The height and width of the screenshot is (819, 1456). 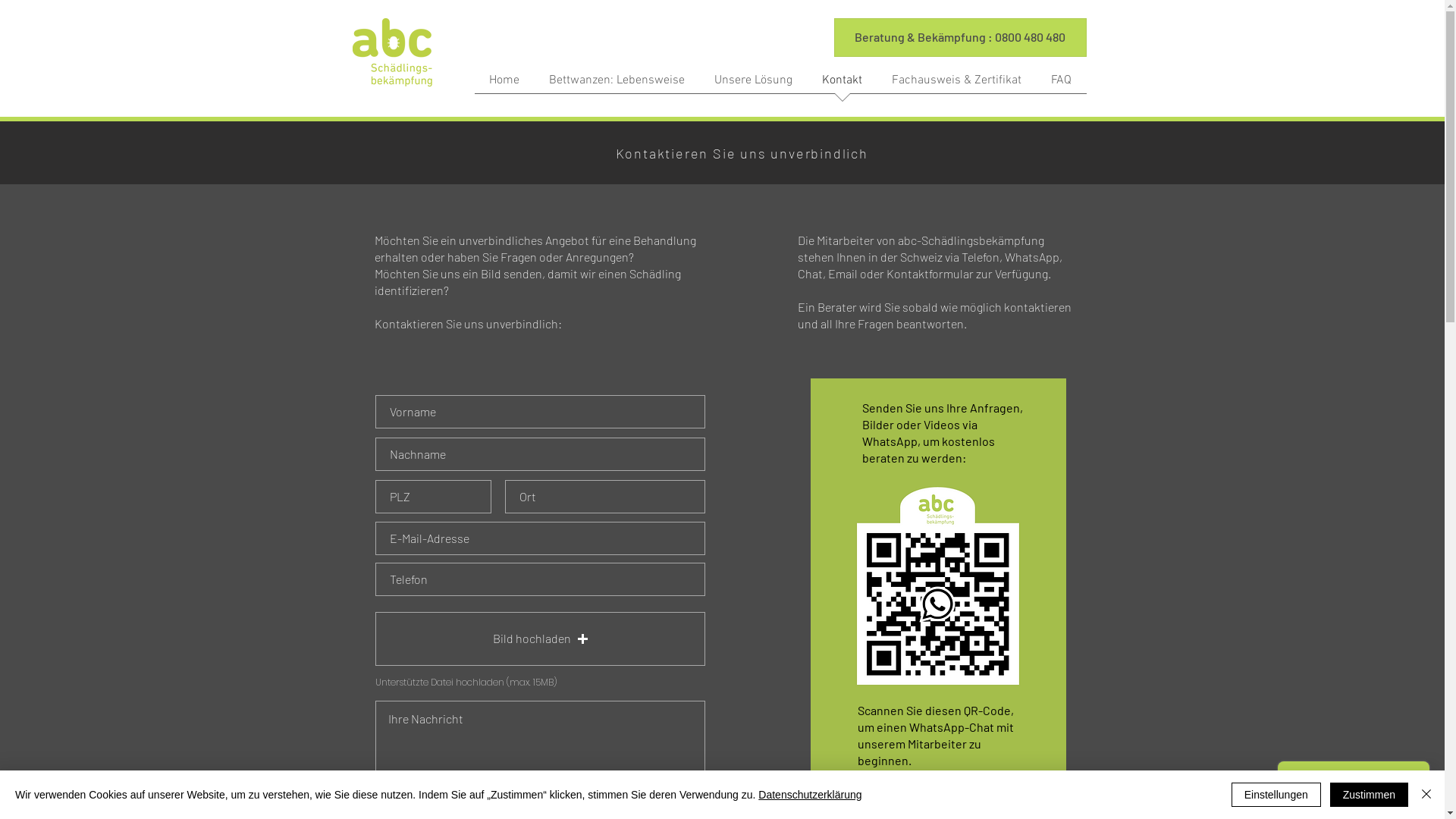 I want to click on 'Fachausweis & Zertifikat', so click(x=955, y=85).